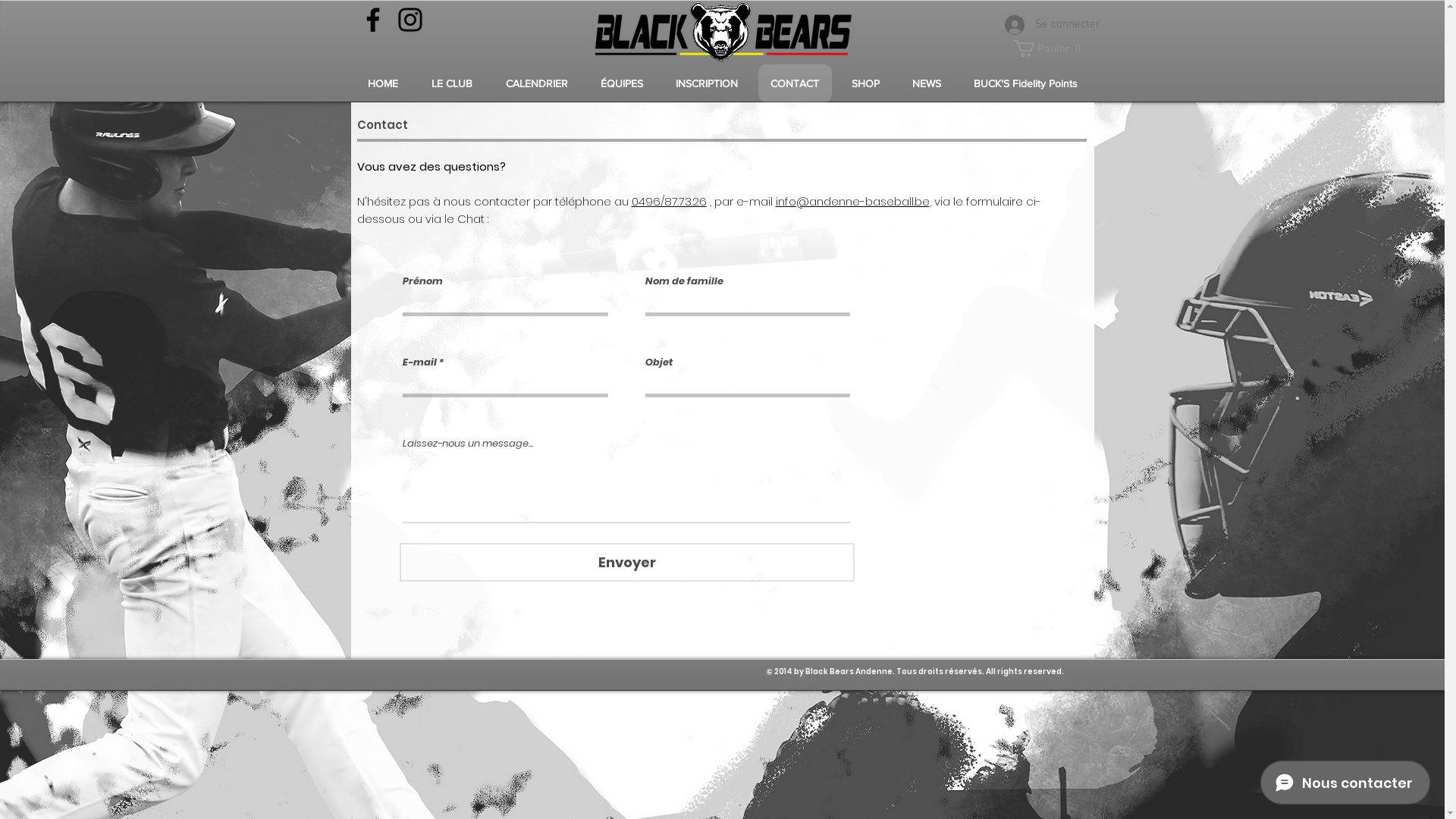  Describe the element at coordinates (662, 83) in the screenshot. I see `'INSCRIPTION'` at that location.